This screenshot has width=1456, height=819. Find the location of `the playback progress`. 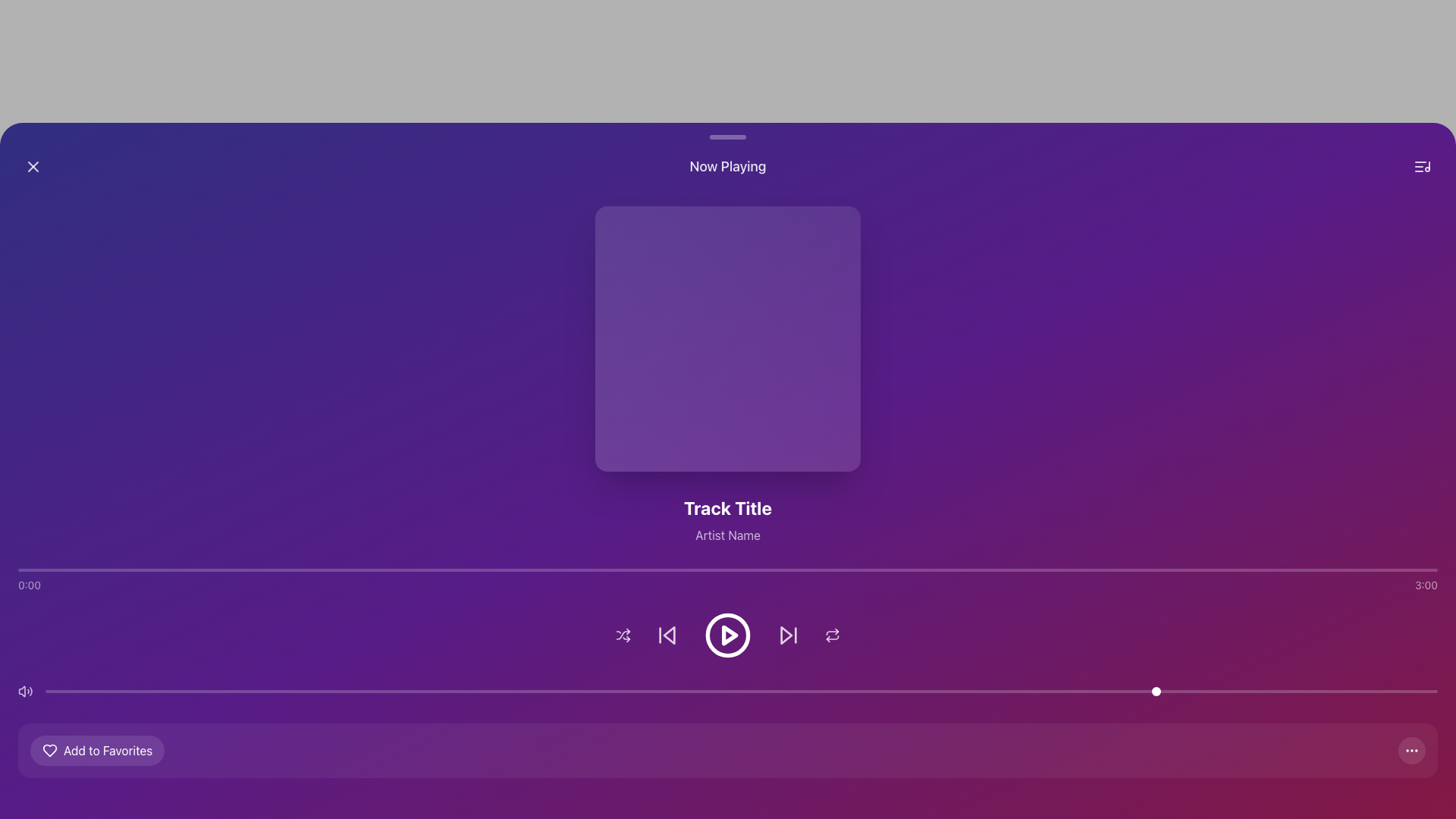

the playback progress is located at coordinates (940, 570).